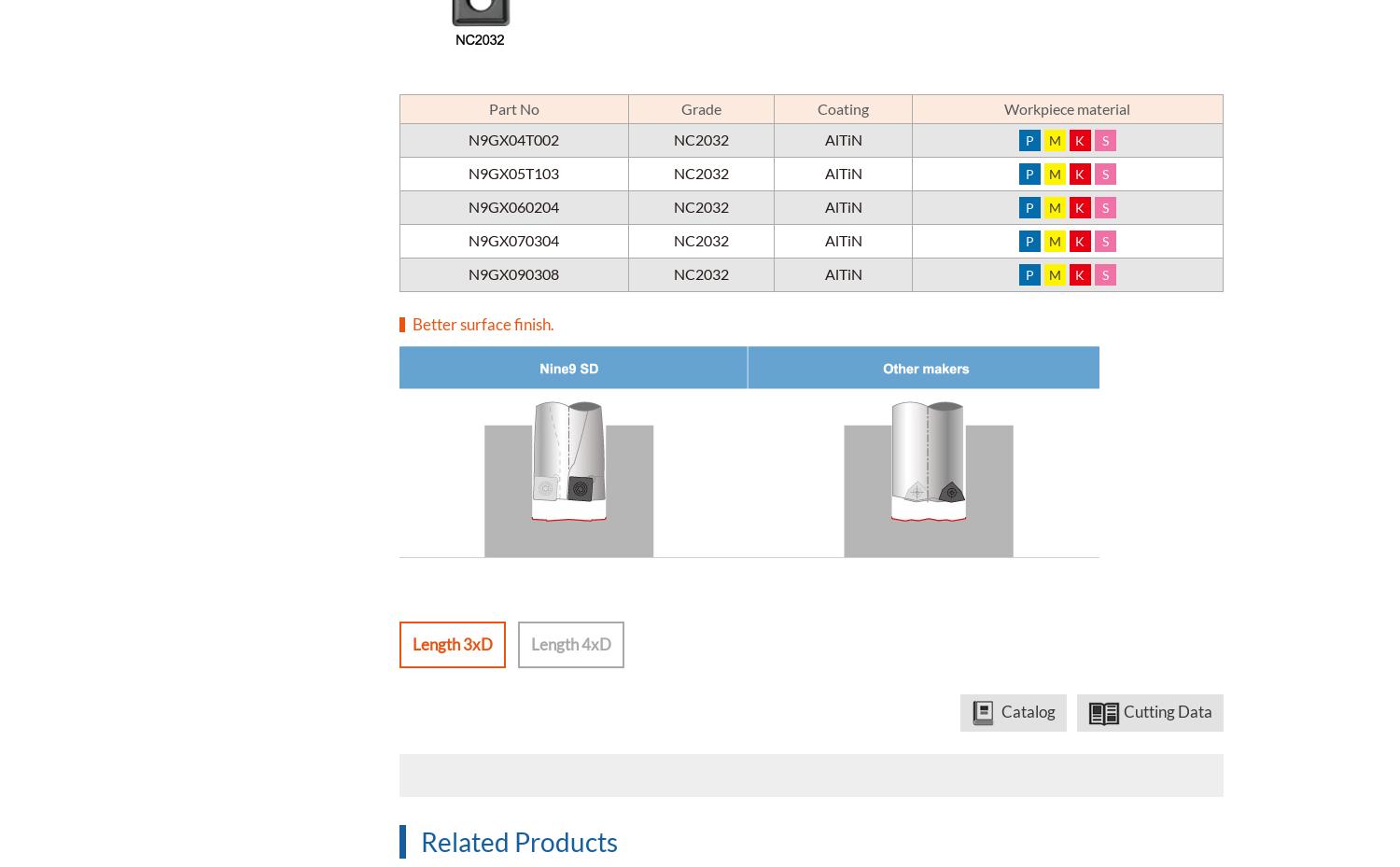  What do you see at coordinates (1168, 709) in the screenshot?
I see `'Cutting Data'` at bounding box center [1168, 709].